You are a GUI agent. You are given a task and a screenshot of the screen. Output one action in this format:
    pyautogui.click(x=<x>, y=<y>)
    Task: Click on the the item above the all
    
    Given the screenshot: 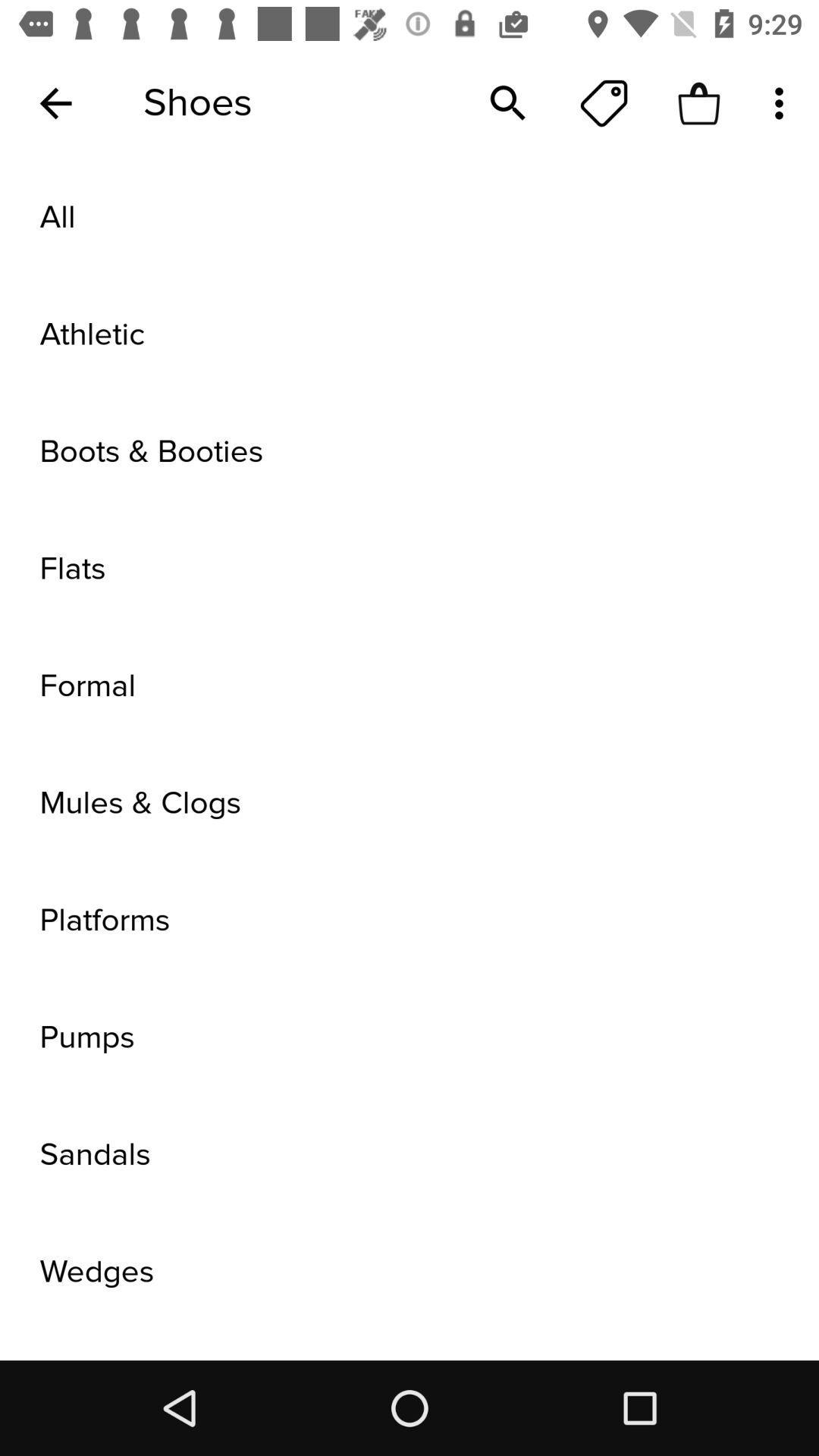 What is the action you would take?
    pyautogui.click(x=783, y=102)
    